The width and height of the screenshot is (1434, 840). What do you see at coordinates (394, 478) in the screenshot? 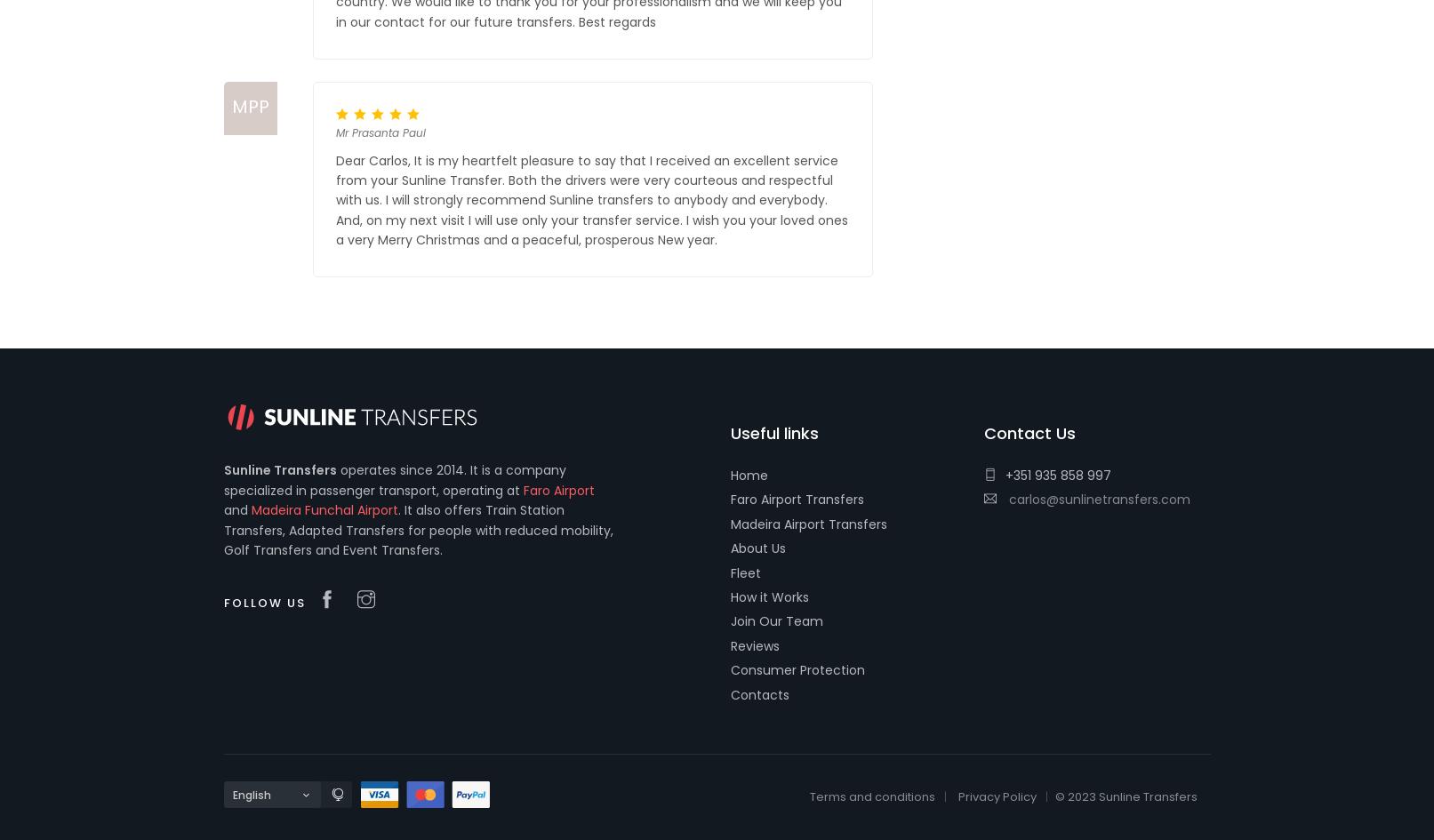
I see `'operates since 2014.
It is a company specialized in passenger transport, operating at'` at bounding box center [394, 478].